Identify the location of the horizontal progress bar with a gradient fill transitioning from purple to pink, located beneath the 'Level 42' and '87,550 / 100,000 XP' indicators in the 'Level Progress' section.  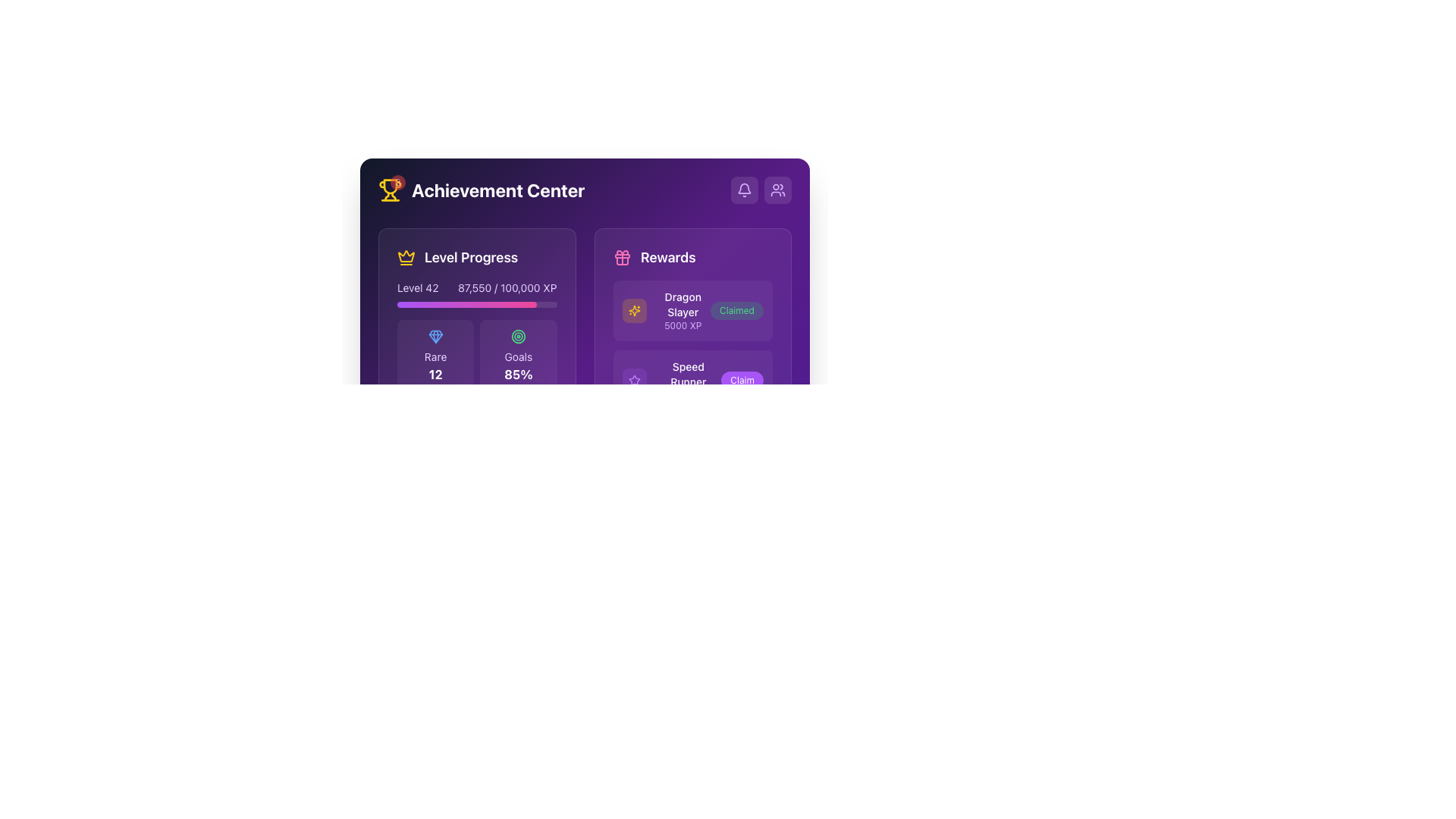
(476, 304).